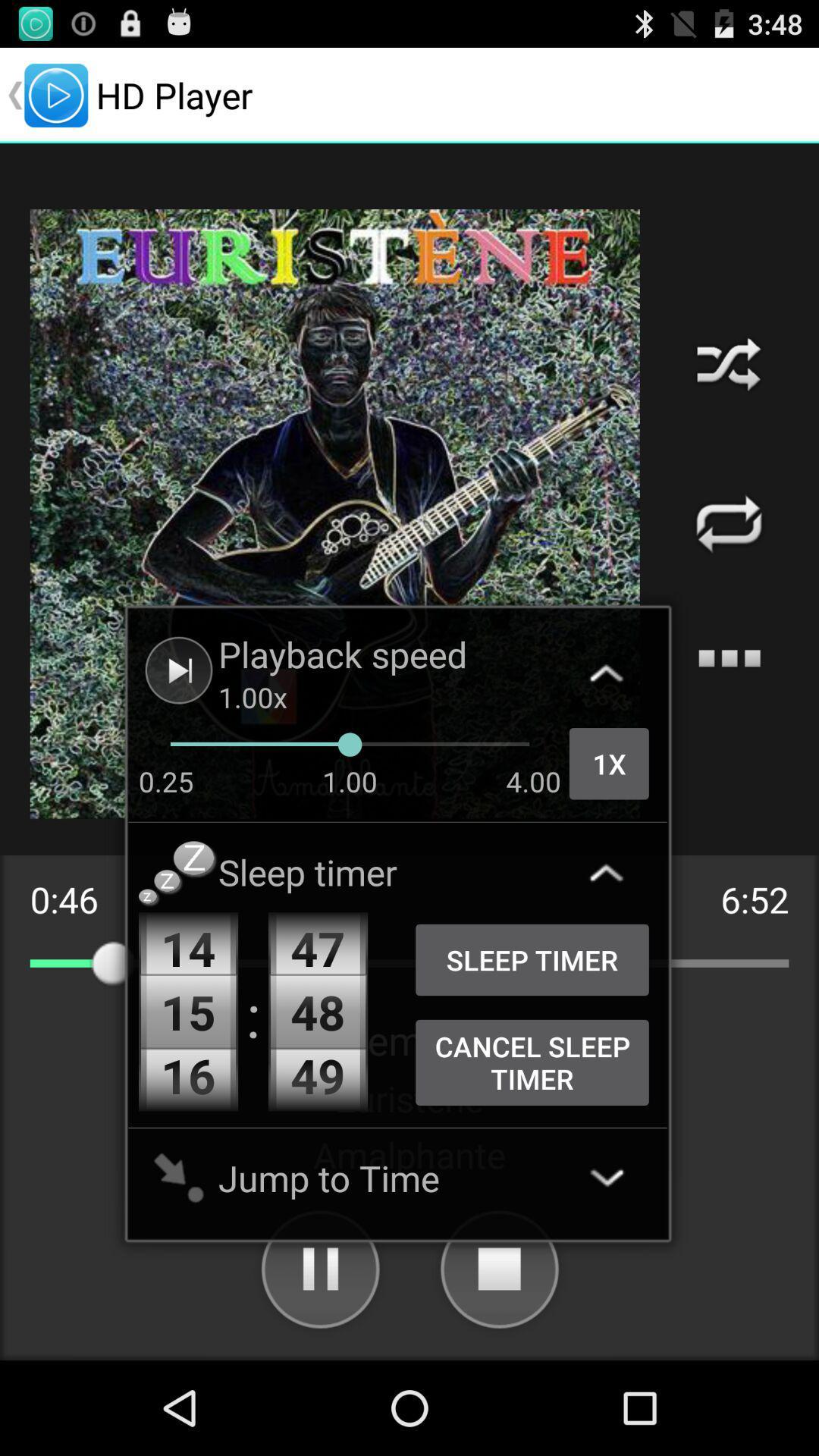  What do you see at coordinates (608, 764) in the screenshot?
I see `the 1x item` at bounding box center [608, 764].